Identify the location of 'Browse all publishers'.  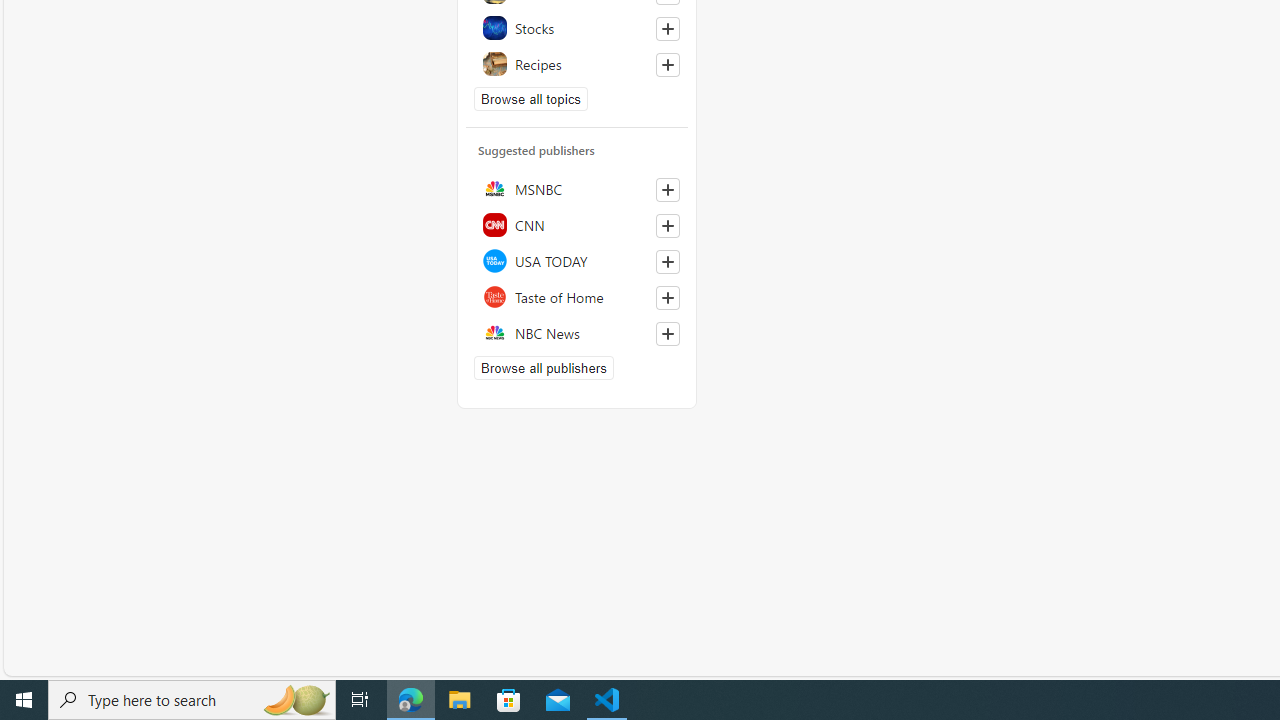
(544, 367).